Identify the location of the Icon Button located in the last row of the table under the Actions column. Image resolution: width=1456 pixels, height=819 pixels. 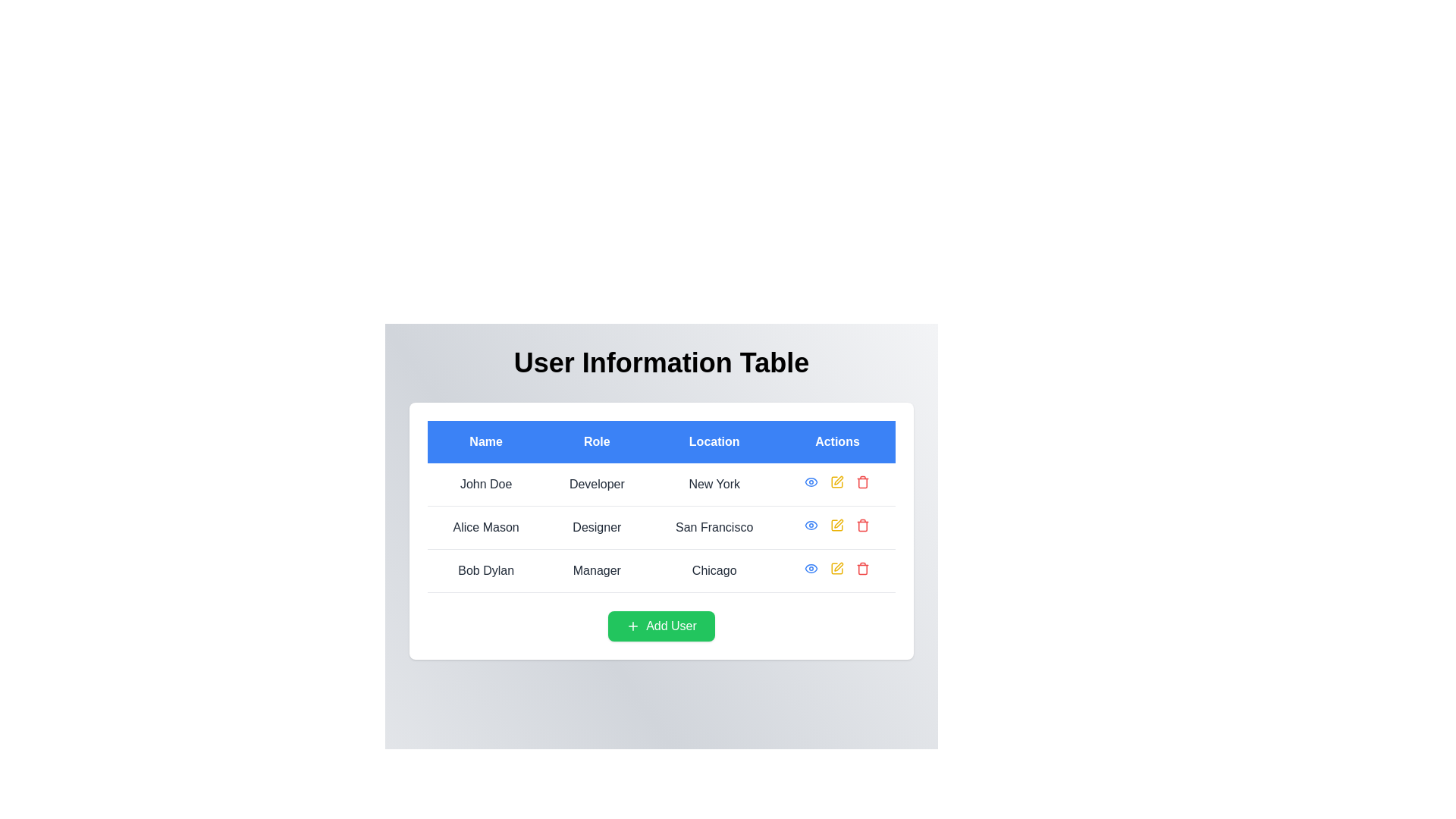
(811, 568).